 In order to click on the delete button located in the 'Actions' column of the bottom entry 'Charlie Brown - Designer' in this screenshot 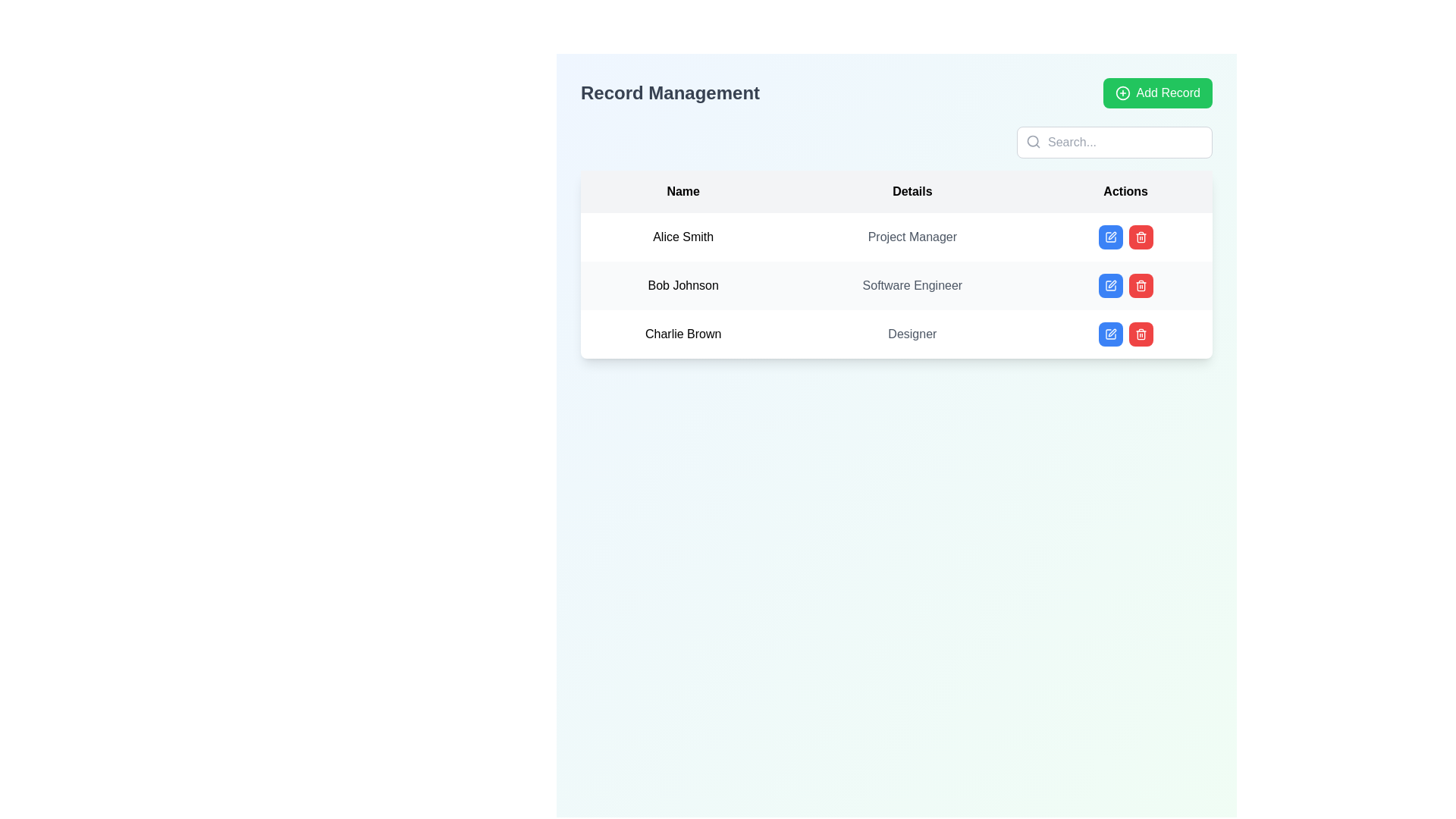, I will do `click(1141, 333)`.